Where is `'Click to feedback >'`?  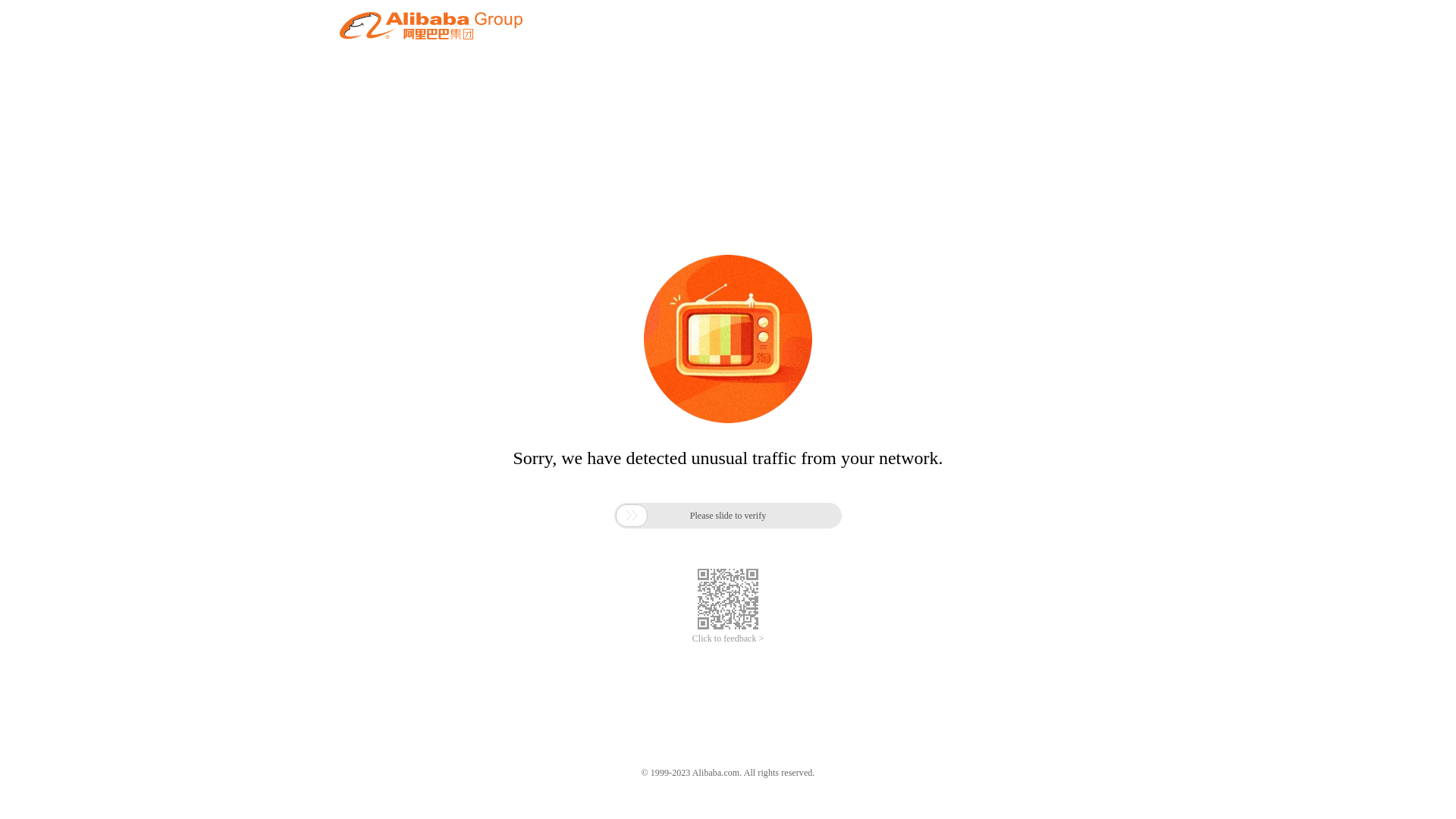
'Click to feedback >' is located at coordinates (728, 639).